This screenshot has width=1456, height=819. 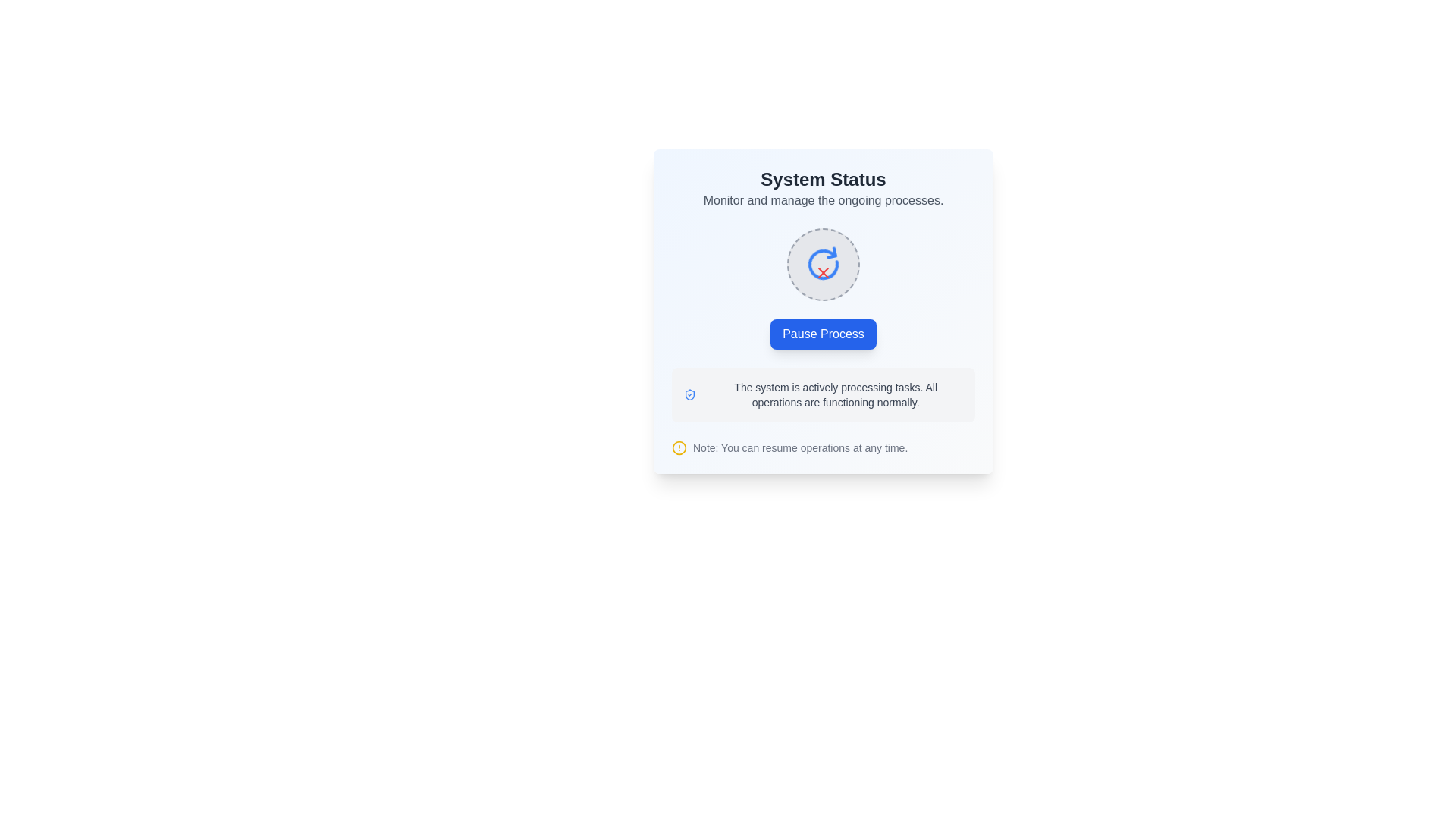 What do you see at coordinates (835, 394) in the screenshot?
I see `the text label displaying the message 'The system is actively processing tasks. All operations are functioning normally.' to potentially trigger a tooltip` at bounding box center [835, 394].